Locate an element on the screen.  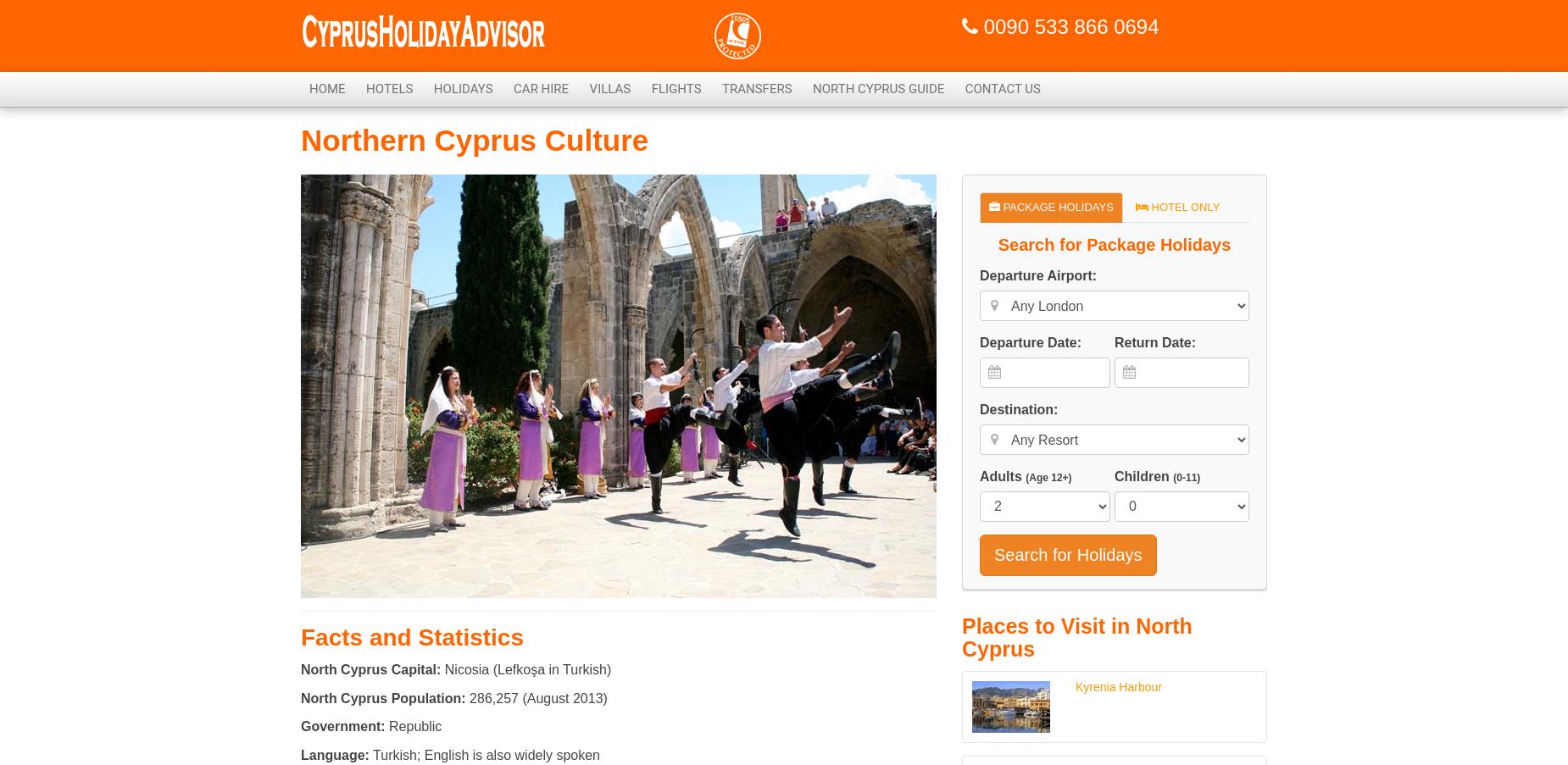
'Contact Us' is located at coordinates (1002, 89).